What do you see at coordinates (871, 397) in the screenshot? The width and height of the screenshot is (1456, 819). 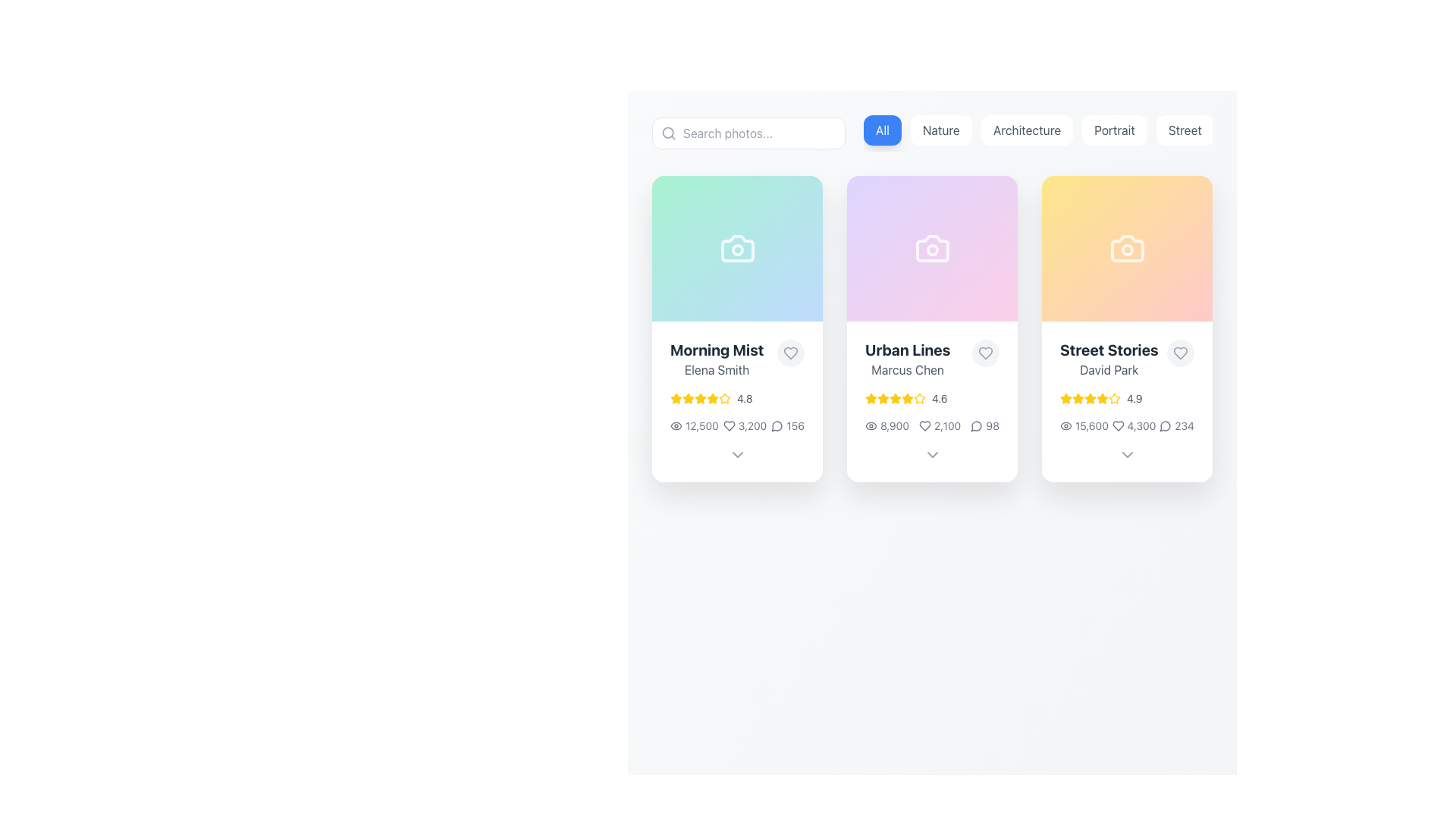 I see `the fifth star icon in the rating section under the card titled 'Urban Lines' by Marcus Chen` at bounding box center [871, 397].